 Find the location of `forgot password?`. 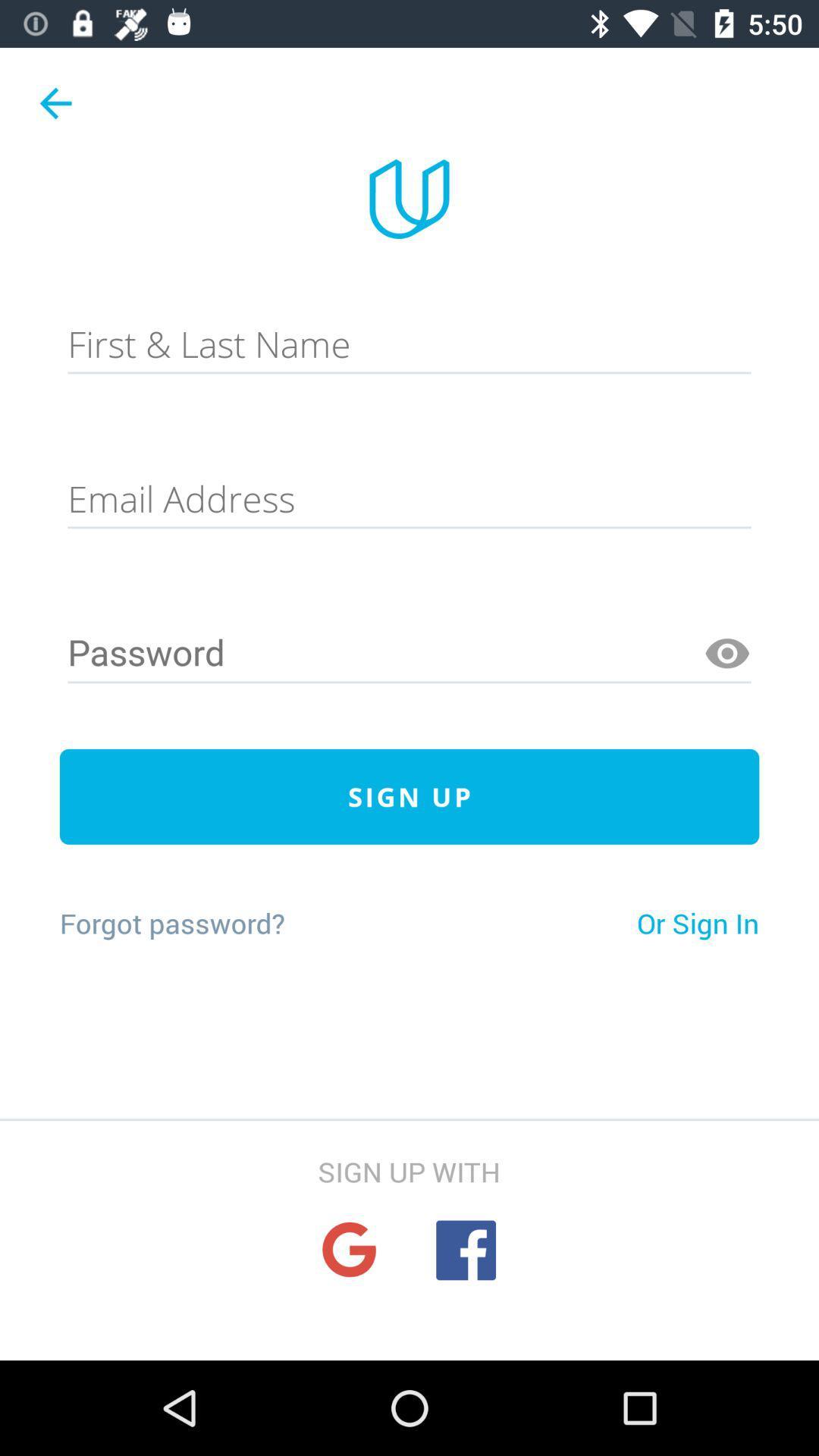

forgot password? is located at coordinates (171, 922).